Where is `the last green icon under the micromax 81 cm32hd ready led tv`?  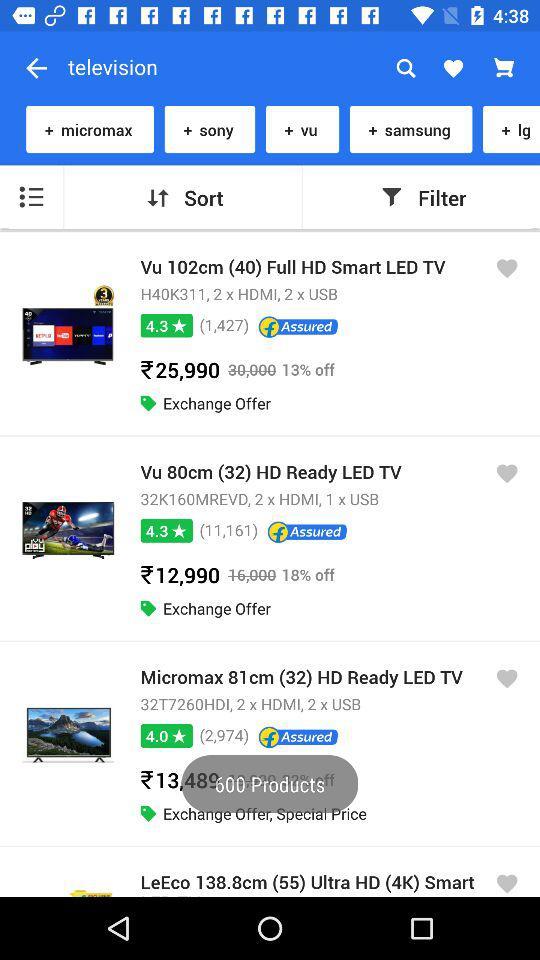 the last green icon under the micromax 81 cm32hd ready led tv is located at coordinates (147, 813).